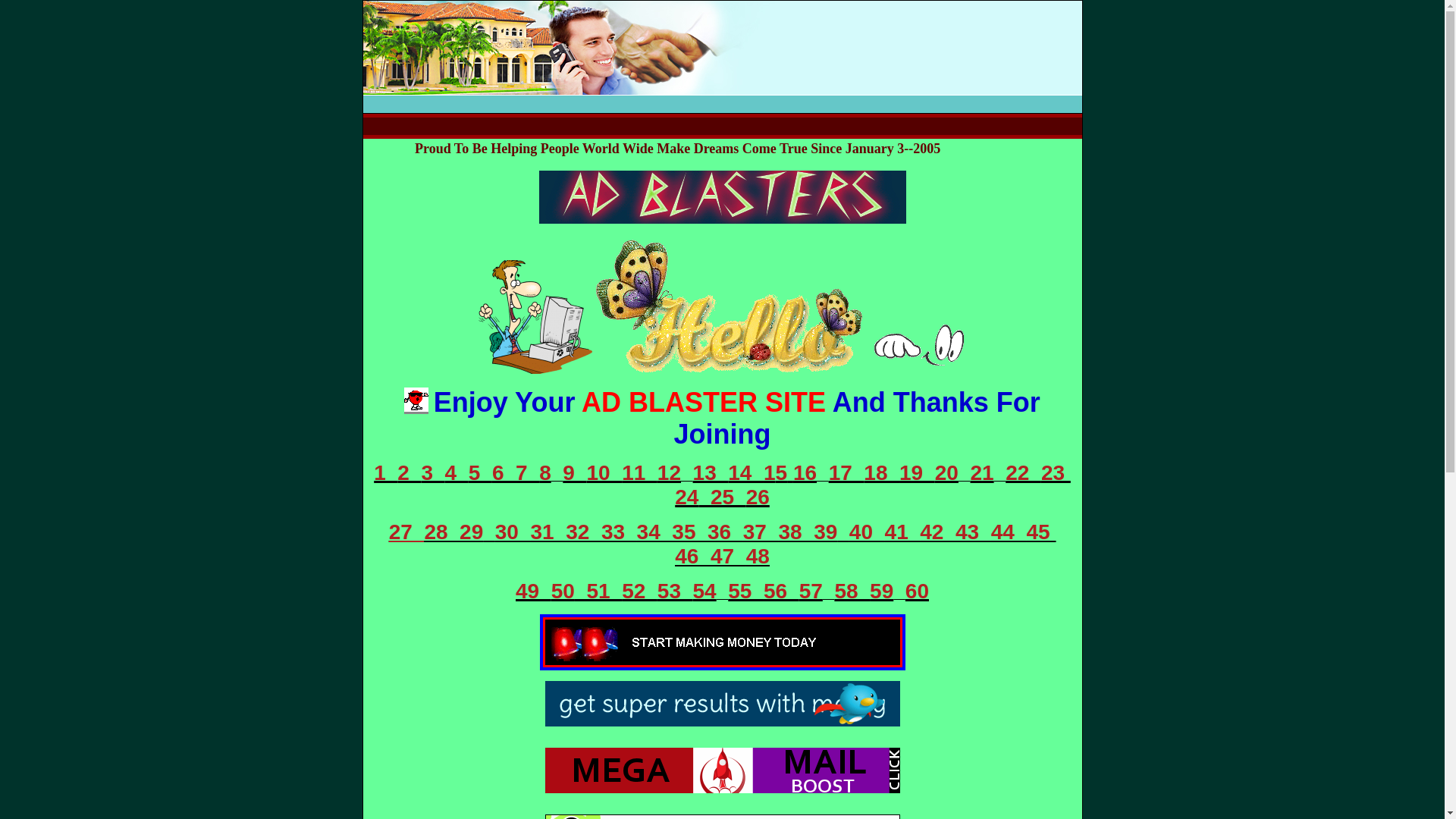 The height and width of the screenshot is (819, 1456). Describe the element at coordinates (562, 590) in the screenshot. I see `'50'` at that location.